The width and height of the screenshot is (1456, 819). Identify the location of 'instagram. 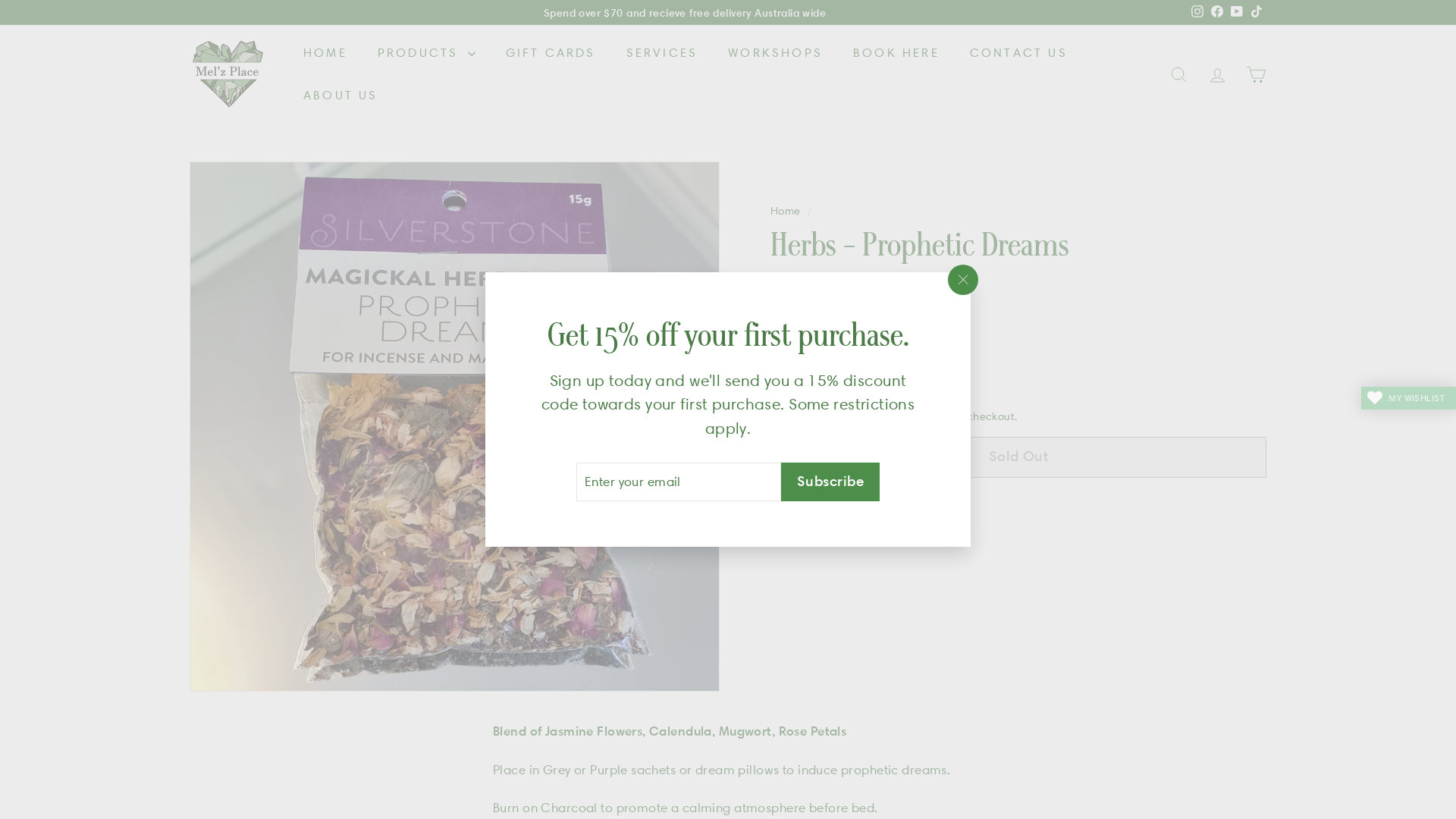
(1197, 12).